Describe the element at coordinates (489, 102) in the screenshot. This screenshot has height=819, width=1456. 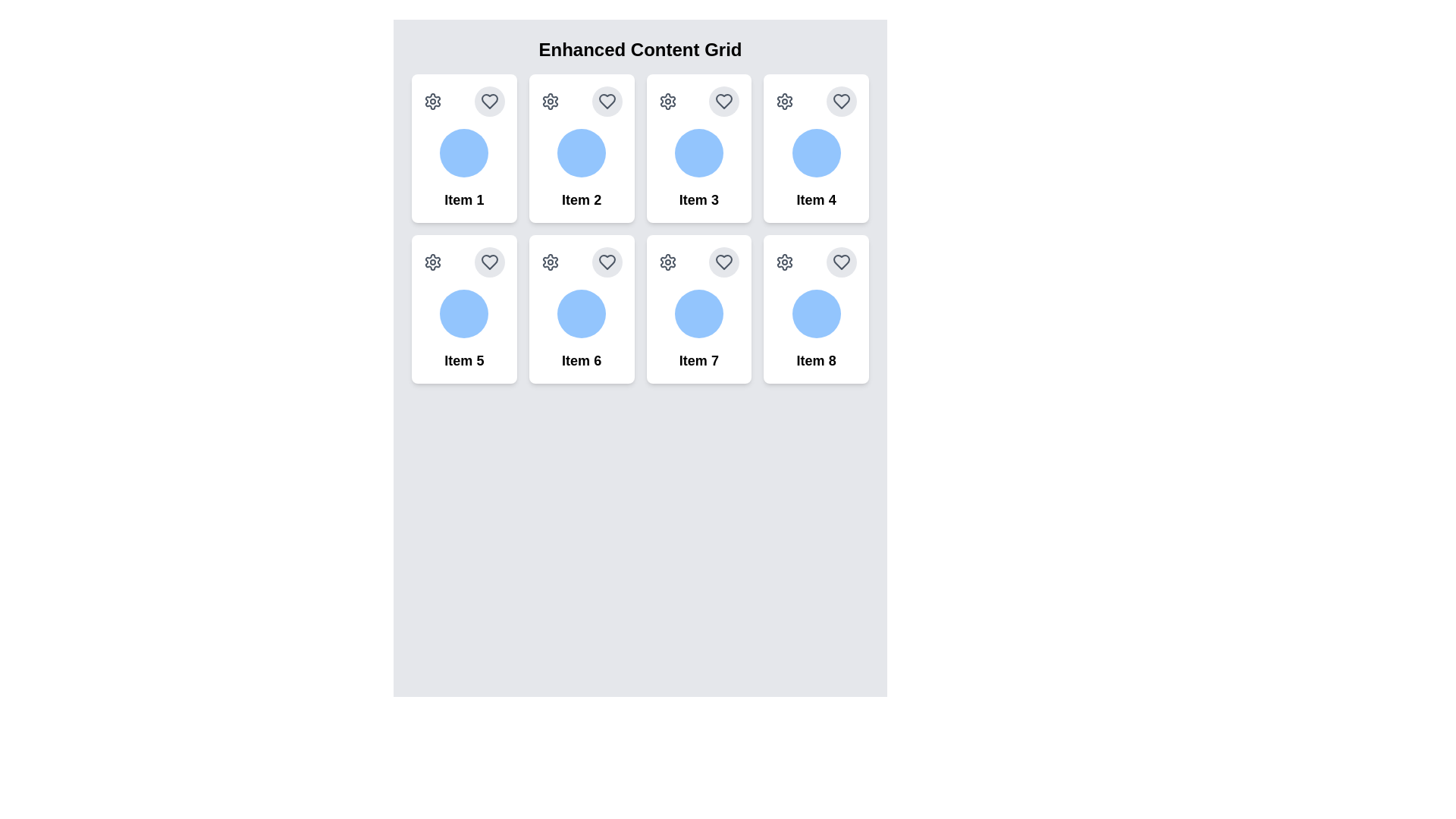
I see `the heart-shaped icon located at the top right corner of the first card under the heading 'Enhanced Content Grid' to favorite the item` at that location.